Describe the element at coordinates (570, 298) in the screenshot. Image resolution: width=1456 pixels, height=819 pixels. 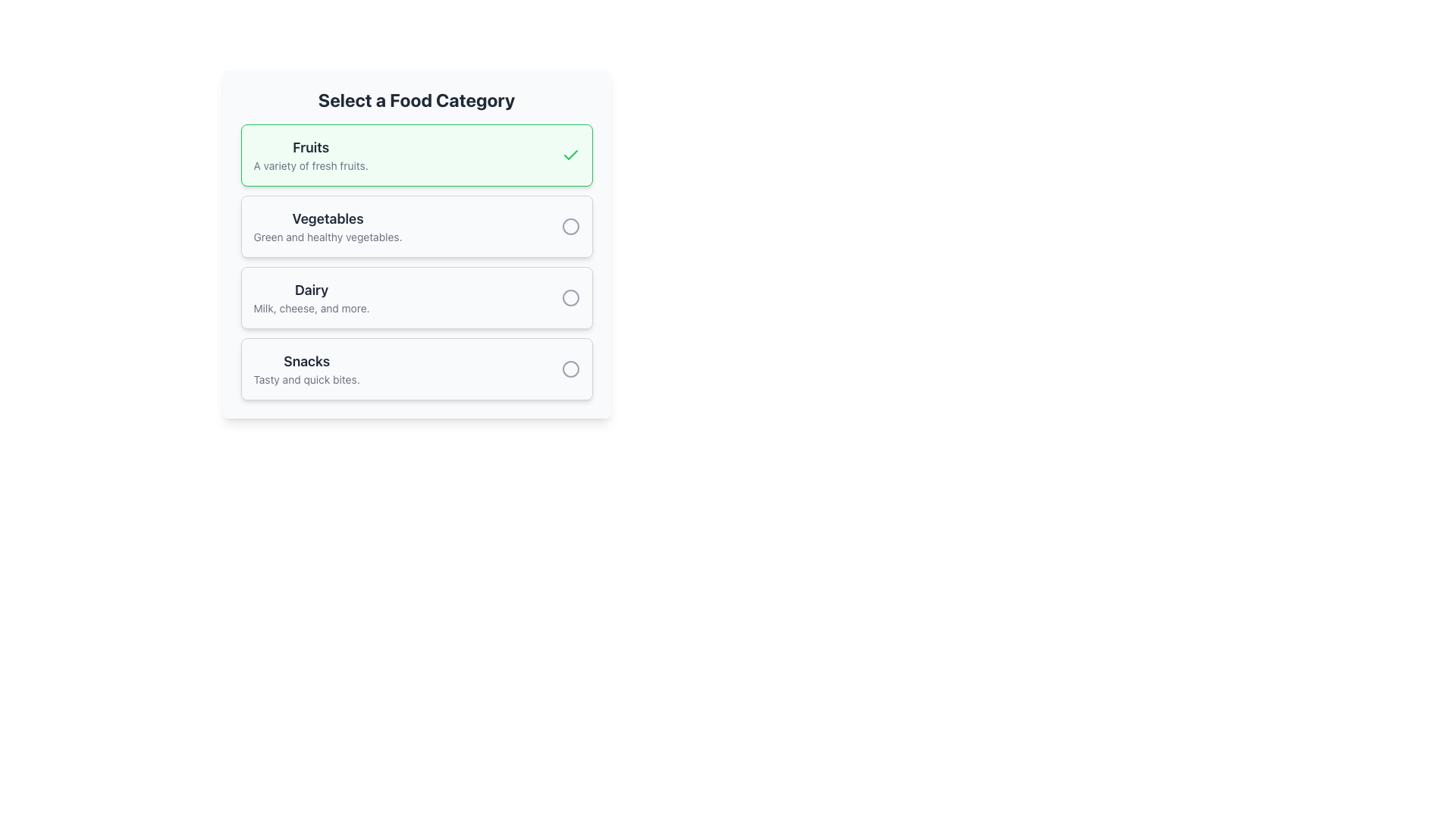
I see `the 'Dairy' radio button` at that location.